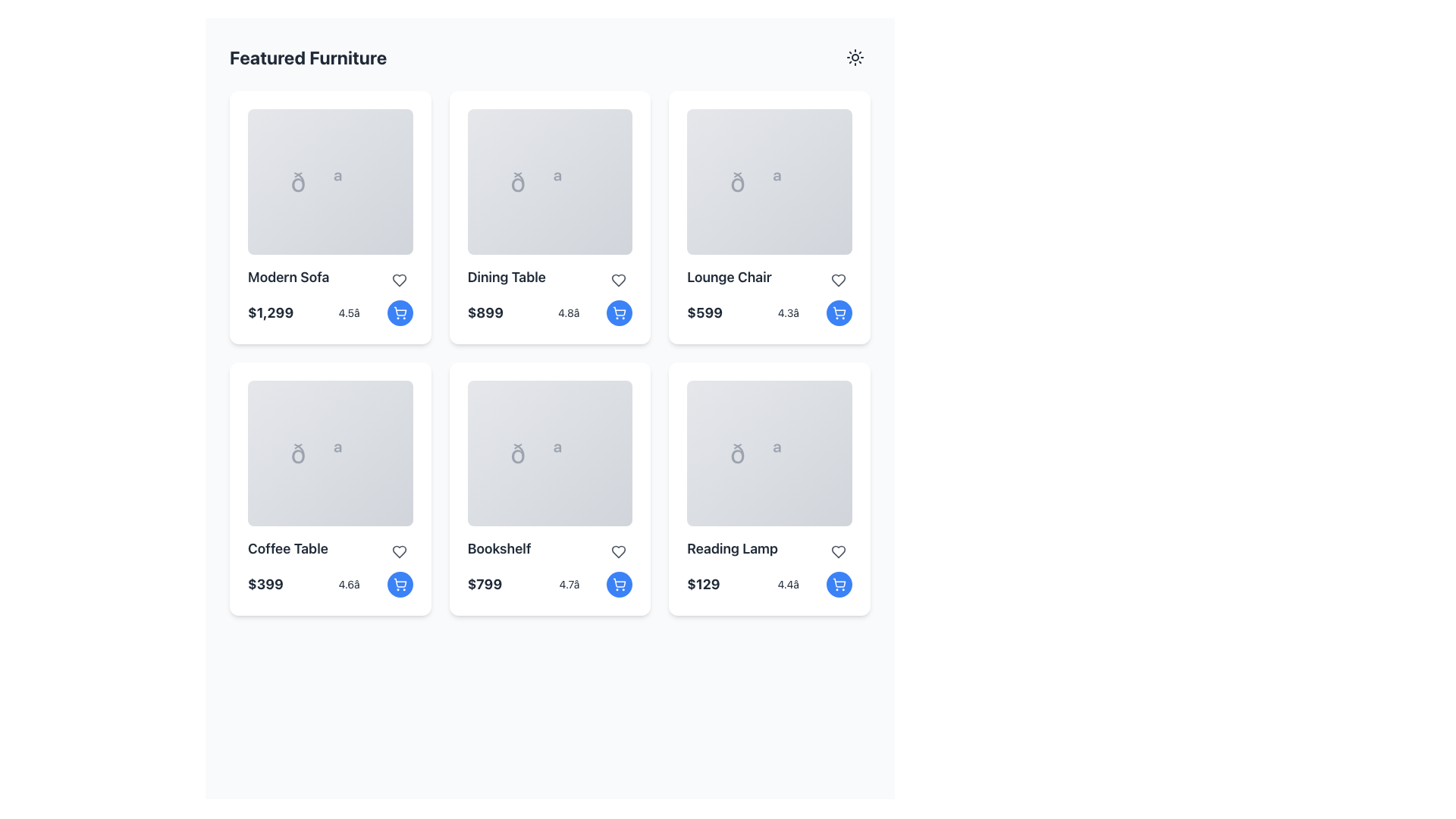 This screenshot has width=1456, height=819. Describe the element at coordinates (484, 584) in the screenshot. I see `the Text label displaying '$799', which is prominently styled in a bold font at the bottom-left corner of the 'Bookshelf' card` at that location.